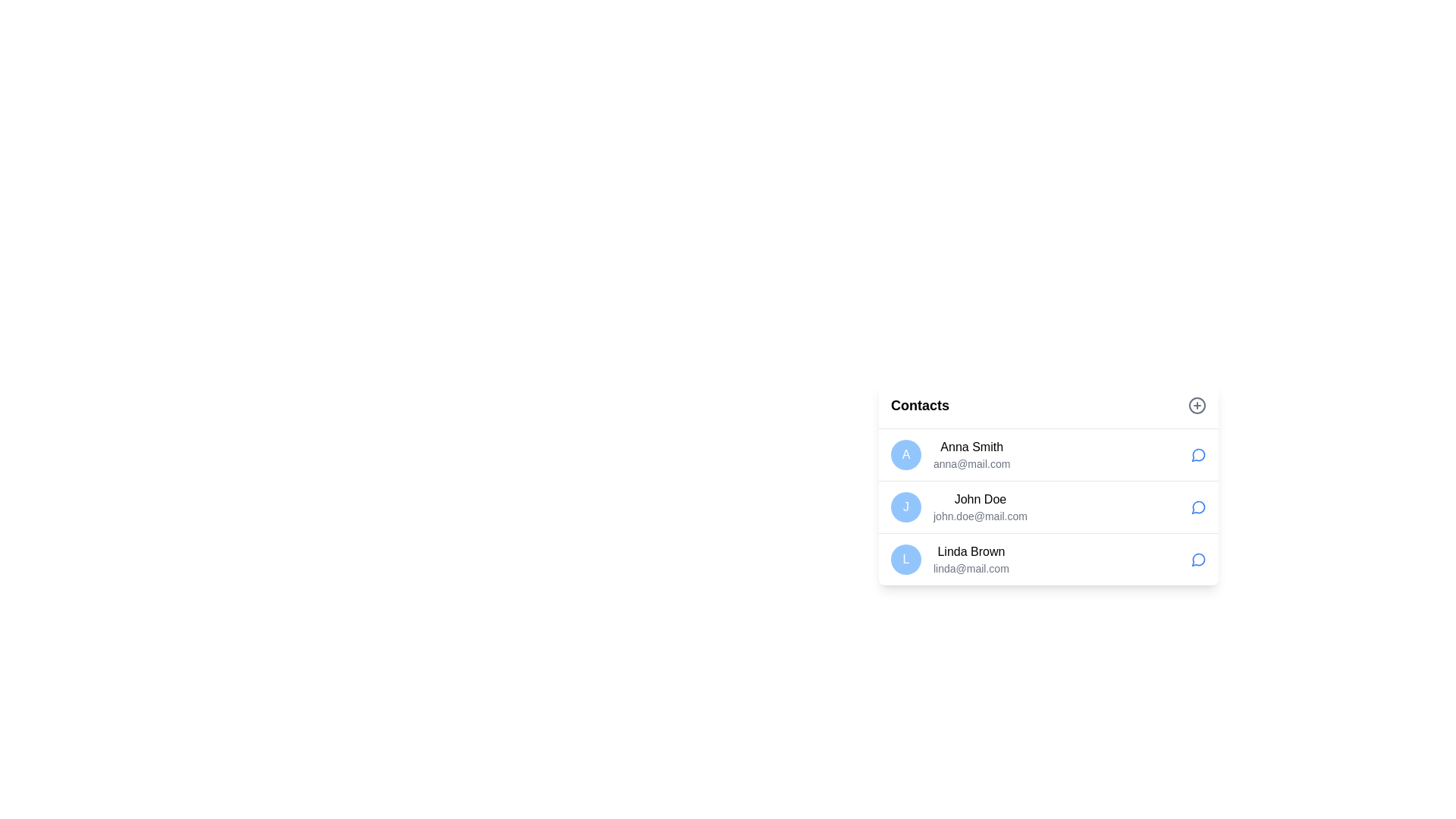 The height and width of the screenshot is (819, 1456). Describe the element at coordinates (1197, 454) in the screenshot. I see `the circular speech bubble button located at the right end of the row containing 'Anna Smith' and 'anna@mail.com' to trigger the hover effect` at that location.